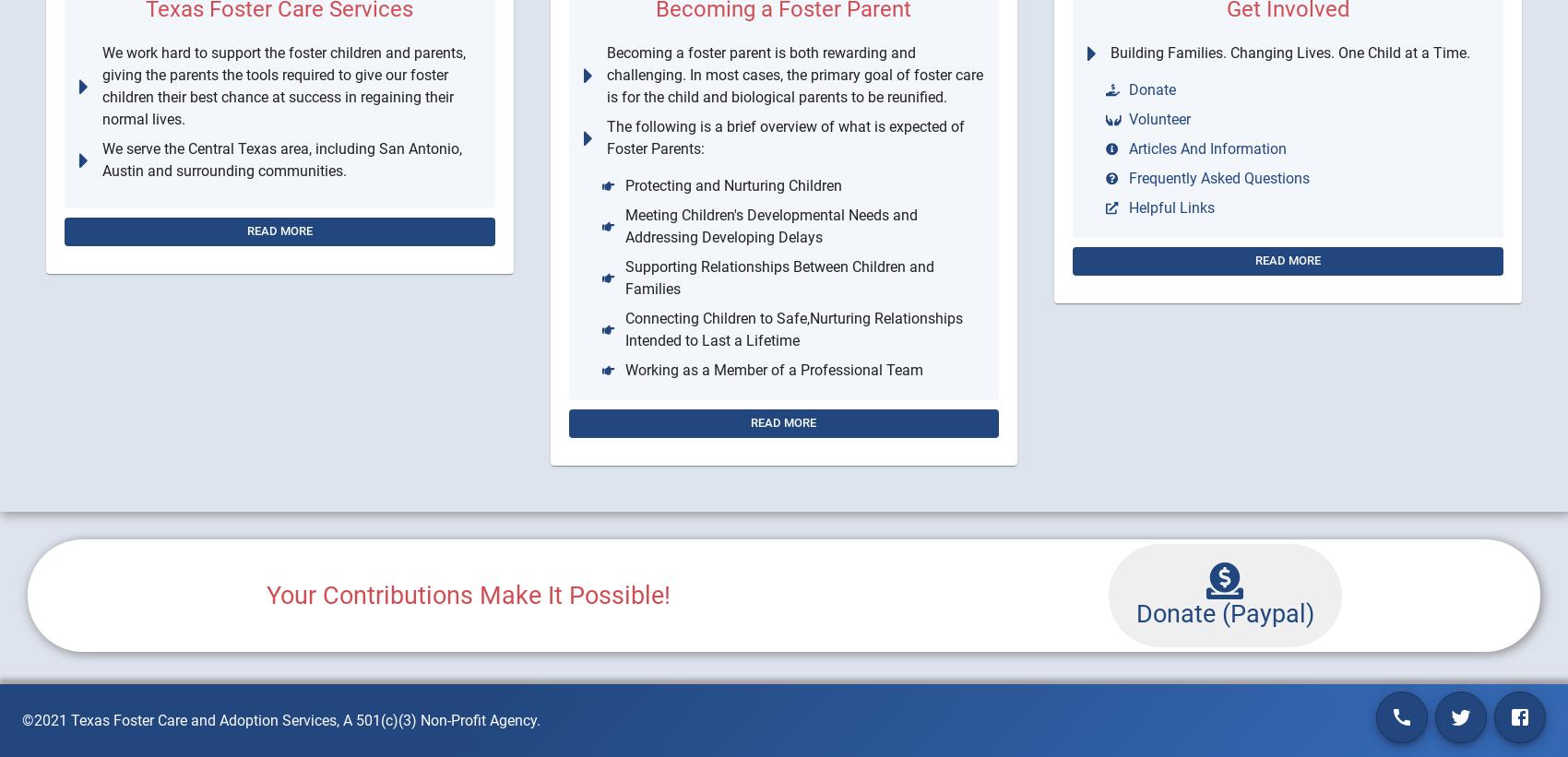 The height and width of the screenshot is (757, 1568). Describe the element at coordinates (772, 369) in the screenshot. I see `'Working as a Member of a Professional Team'` at that location.